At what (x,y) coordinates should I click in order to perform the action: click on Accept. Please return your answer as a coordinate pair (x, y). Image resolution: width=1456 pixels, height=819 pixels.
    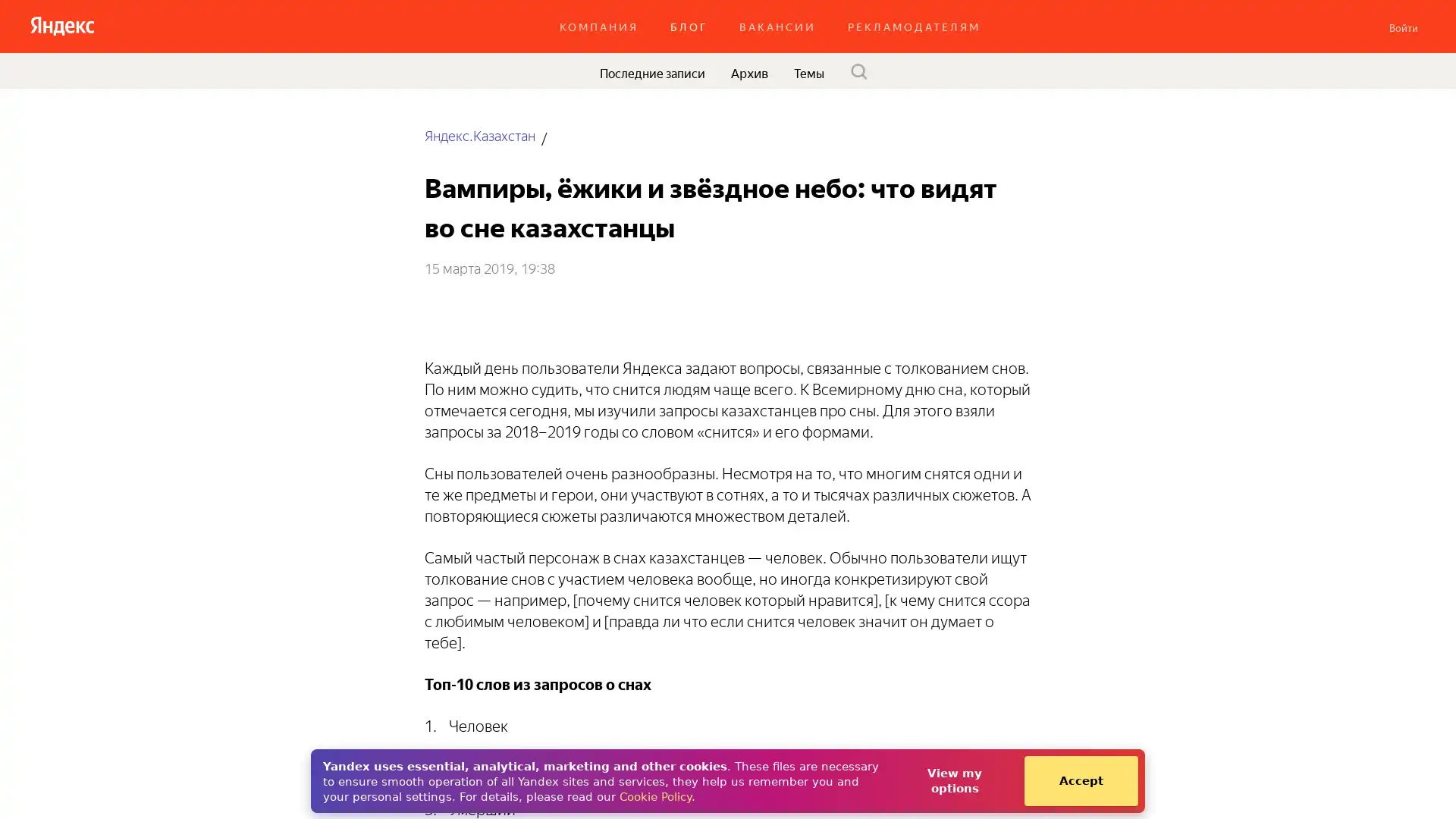
    Looking at the image, I should click on (1080, 780).